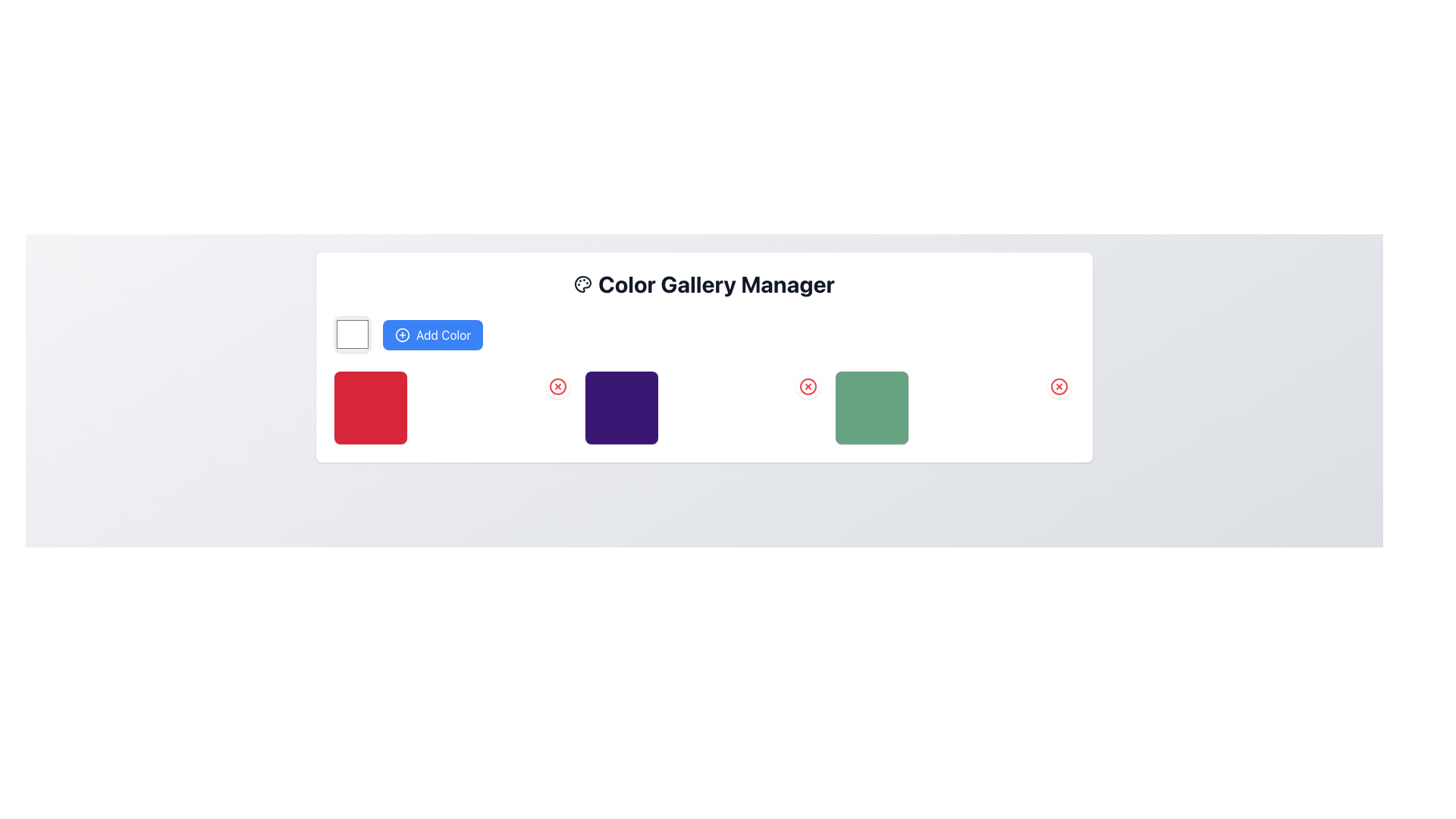 This screenshot has width=1456, height=819. I want to click on the circular button with a white background, red border, and 'X' icon located at the top-right corner of the green square box panel, so click(1058, 385).